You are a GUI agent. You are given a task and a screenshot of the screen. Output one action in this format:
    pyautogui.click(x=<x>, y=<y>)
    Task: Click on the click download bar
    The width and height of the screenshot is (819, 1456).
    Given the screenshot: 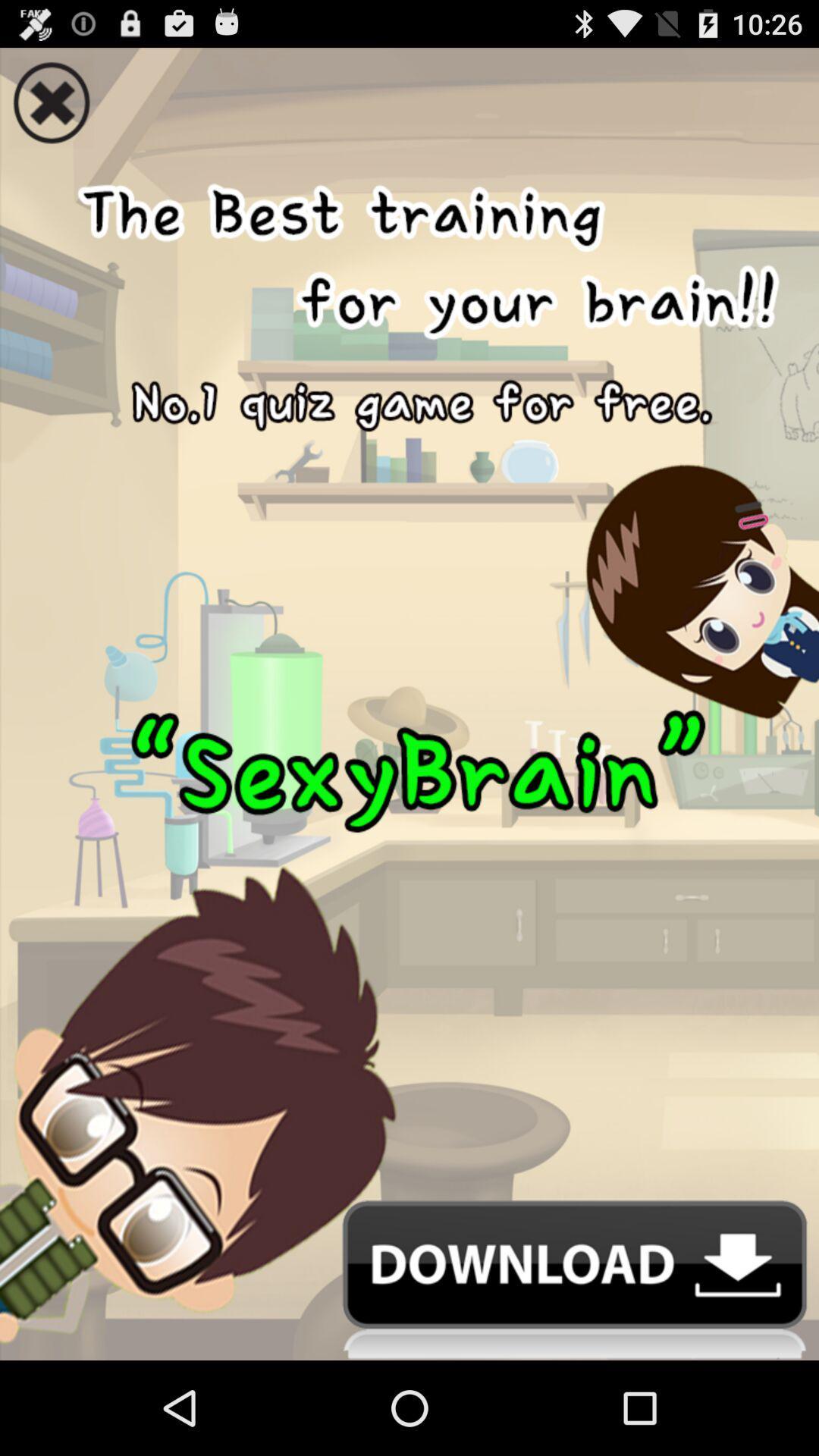 What is the action you would take?
    pyautogui.click(x=409, y=1279)
    